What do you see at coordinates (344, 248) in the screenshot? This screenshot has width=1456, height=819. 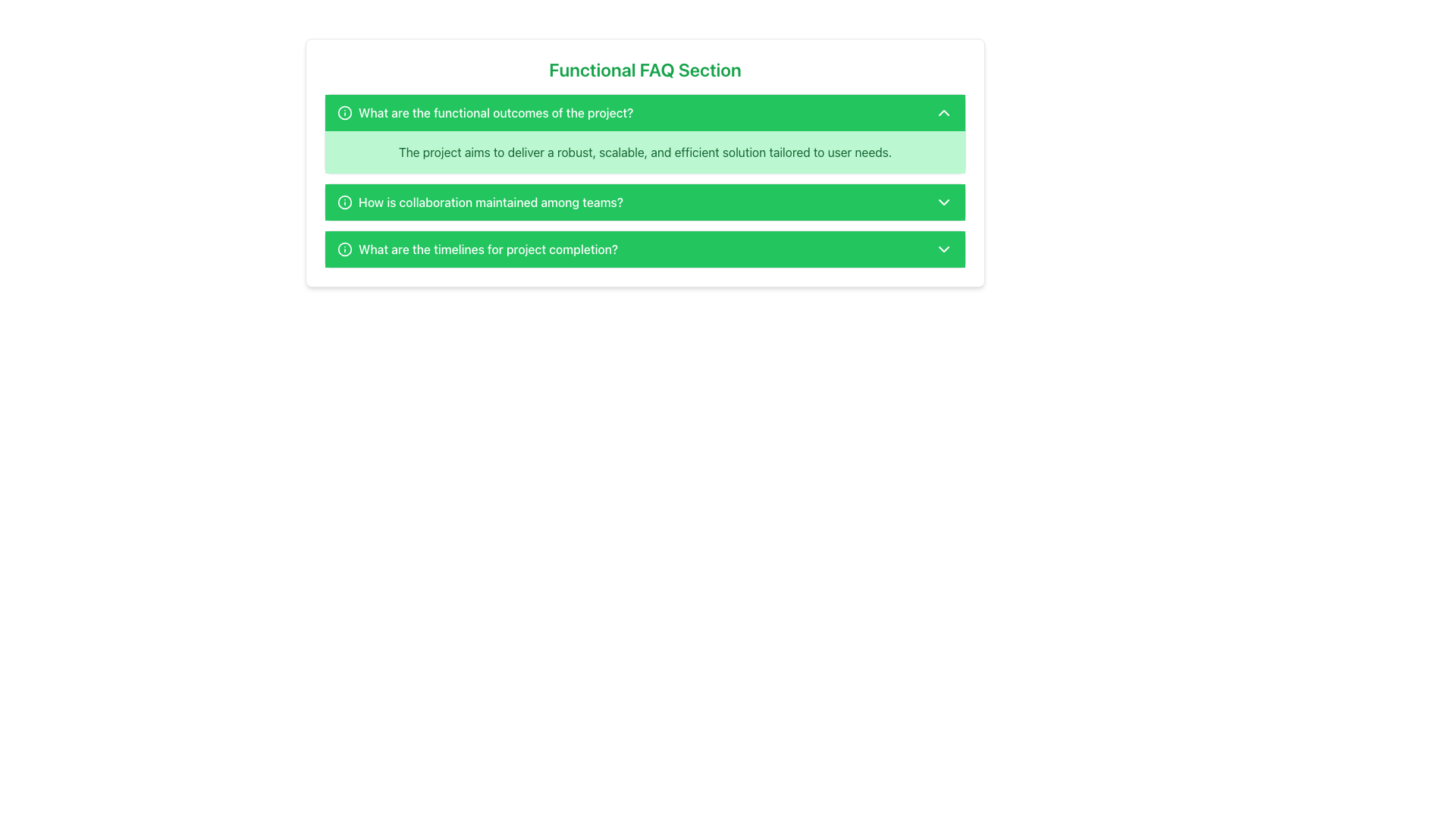 I see `the first icon to the left of the text 'What are the timelines for project completion?' in the FAQ section` at bounding box center [344, 248].